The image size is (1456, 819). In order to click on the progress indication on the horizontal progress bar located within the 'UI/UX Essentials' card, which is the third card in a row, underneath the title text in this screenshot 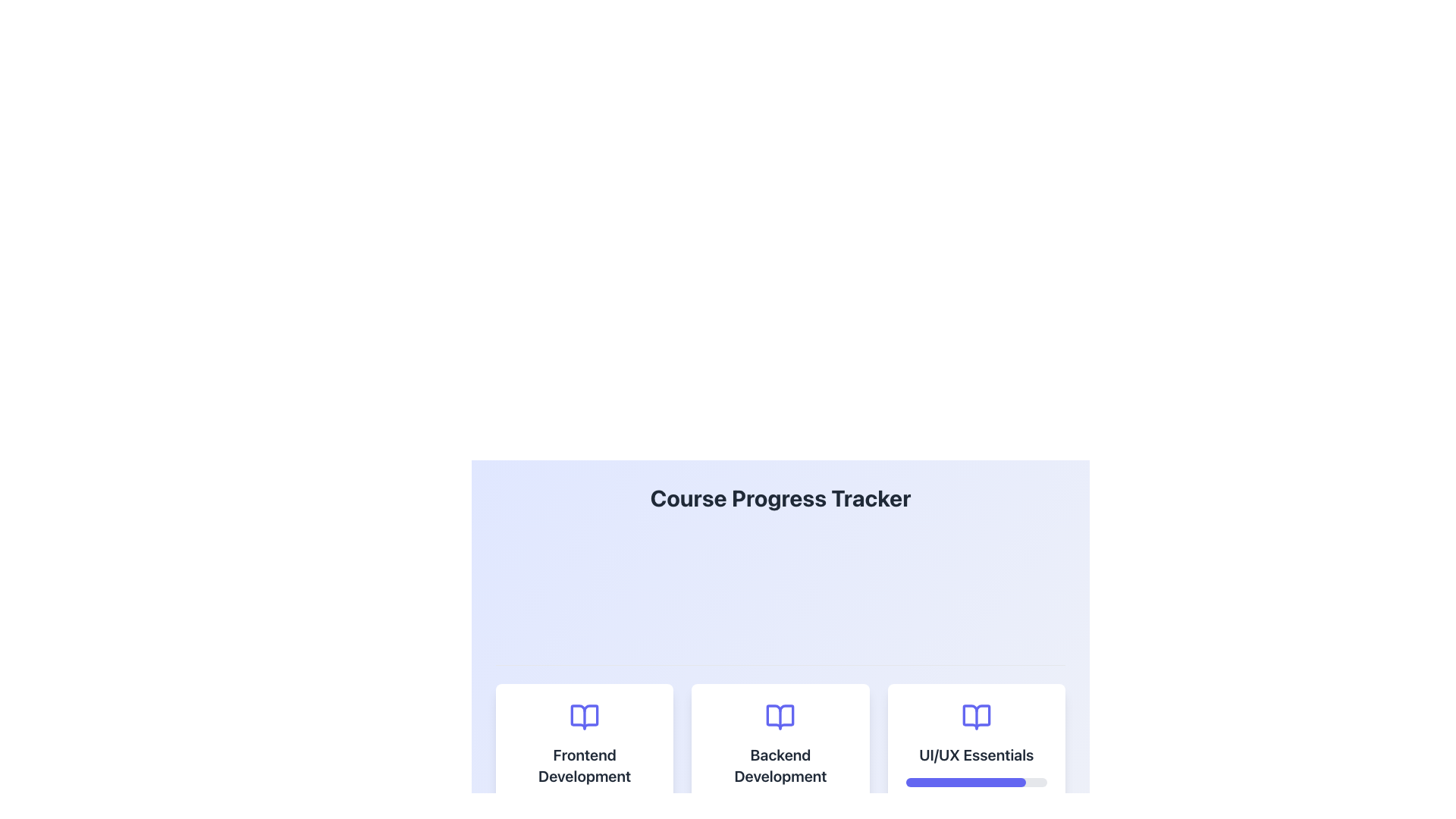, I will do `click(976, 783)`.